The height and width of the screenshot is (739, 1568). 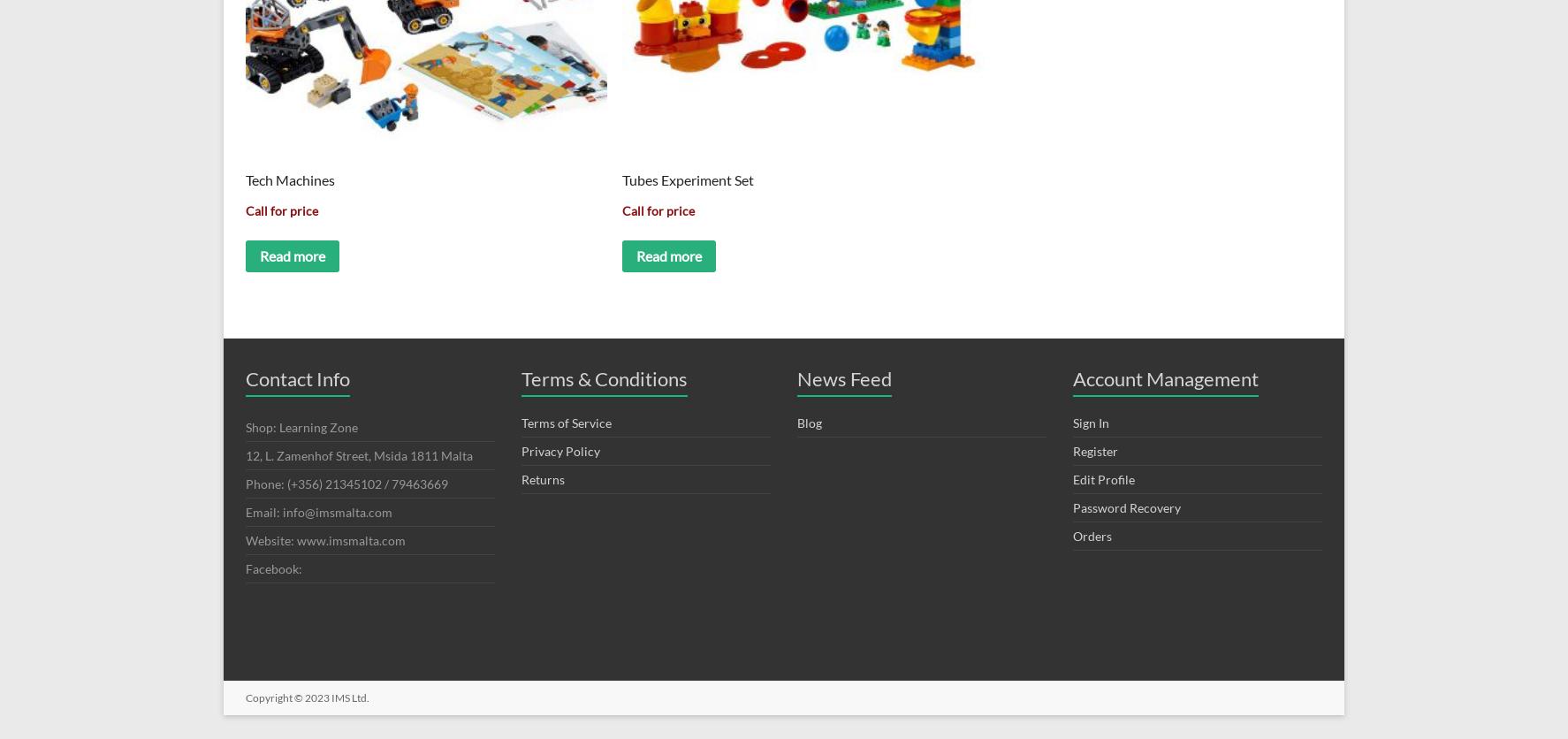 I want to click on 'Phone: (+356) 21345102 / 79463669', so click(x=346, y=482).